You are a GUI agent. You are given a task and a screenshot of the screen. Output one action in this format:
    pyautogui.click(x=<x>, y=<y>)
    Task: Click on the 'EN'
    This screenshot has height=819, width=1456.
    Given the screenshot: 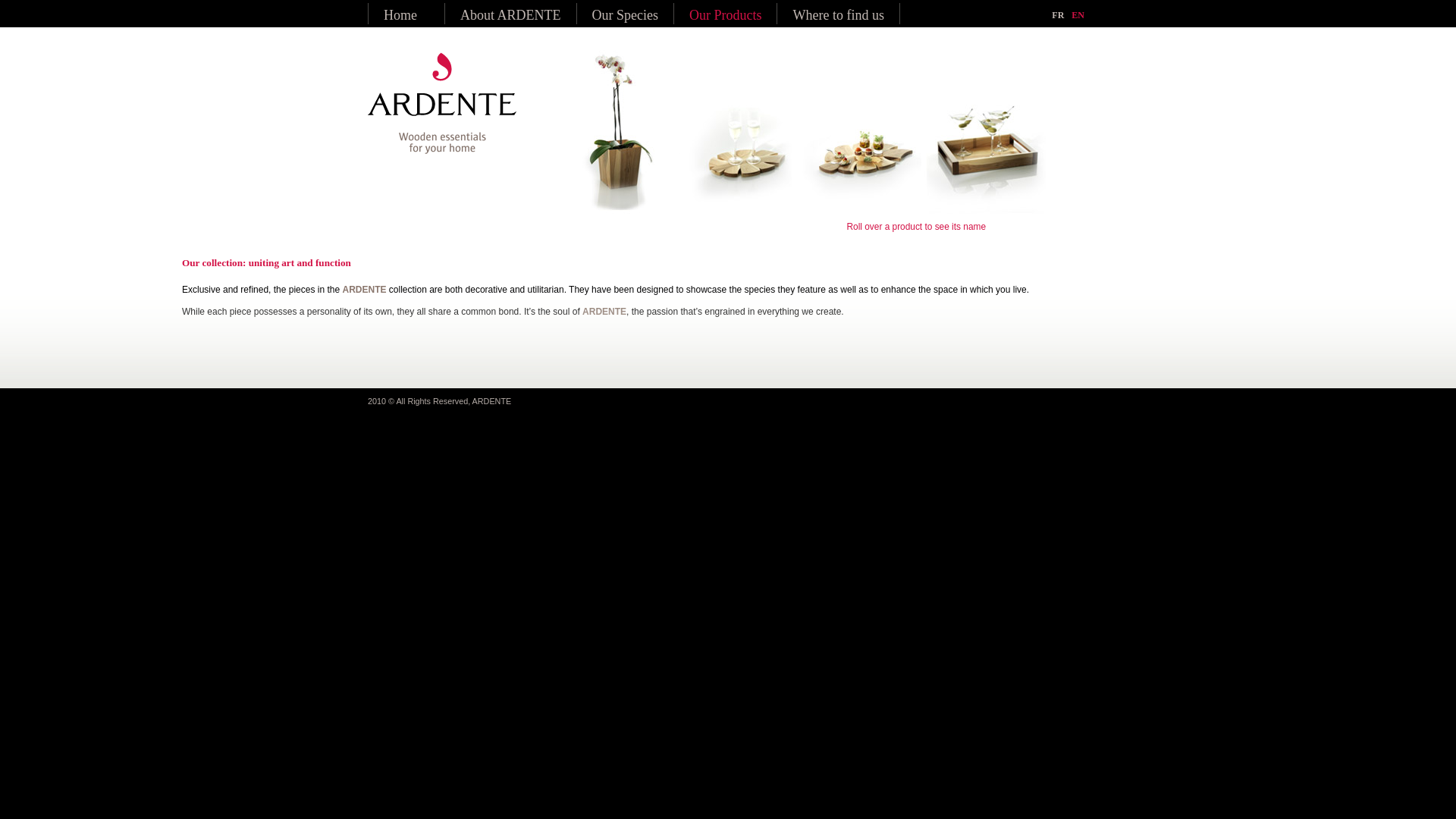 What is the action you would take?
    pyautogui.click(x=1077, y=14)
    